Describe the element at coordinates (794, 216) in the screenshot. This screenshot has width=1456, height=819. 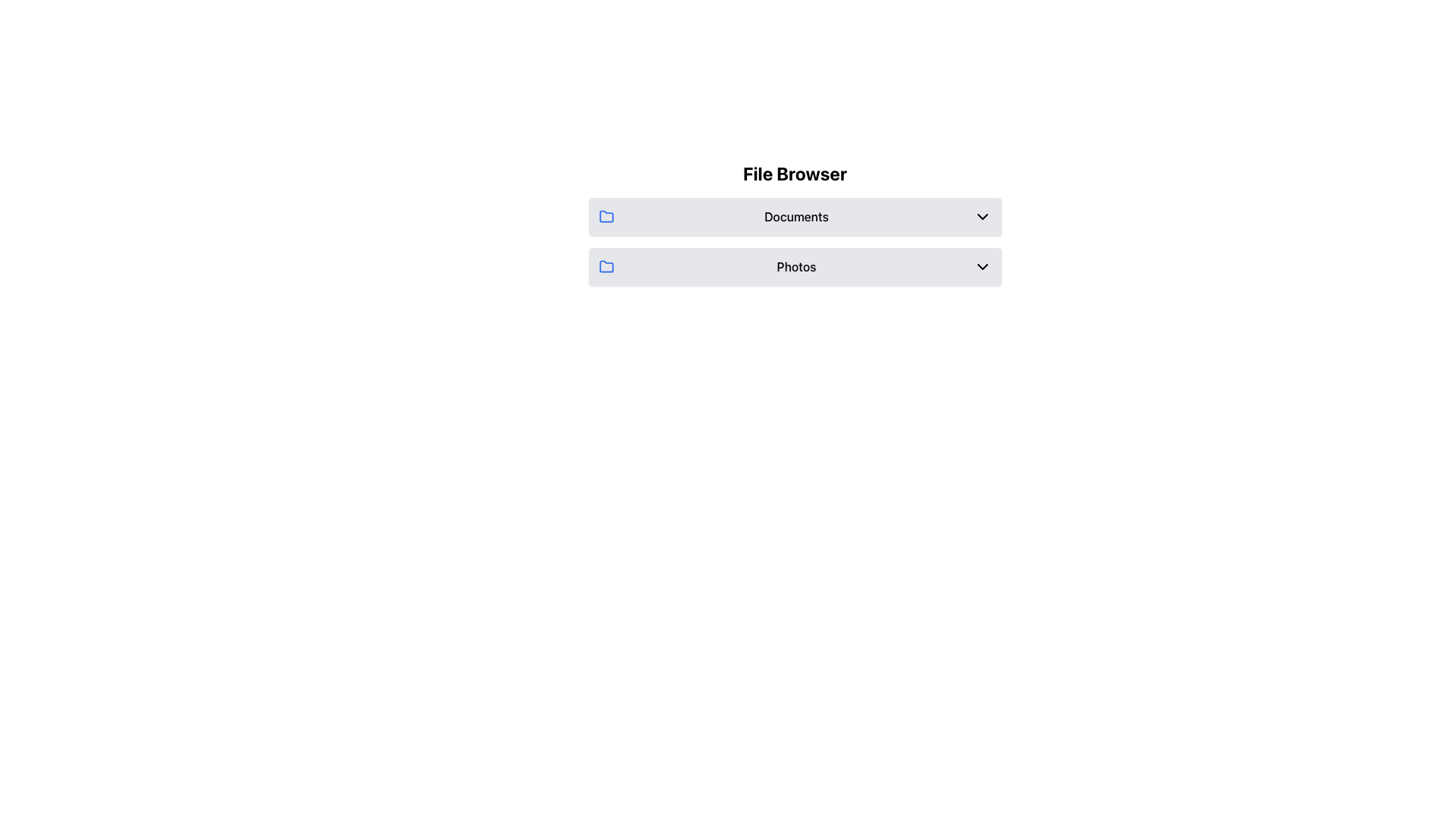
I see `the first item` at that location.